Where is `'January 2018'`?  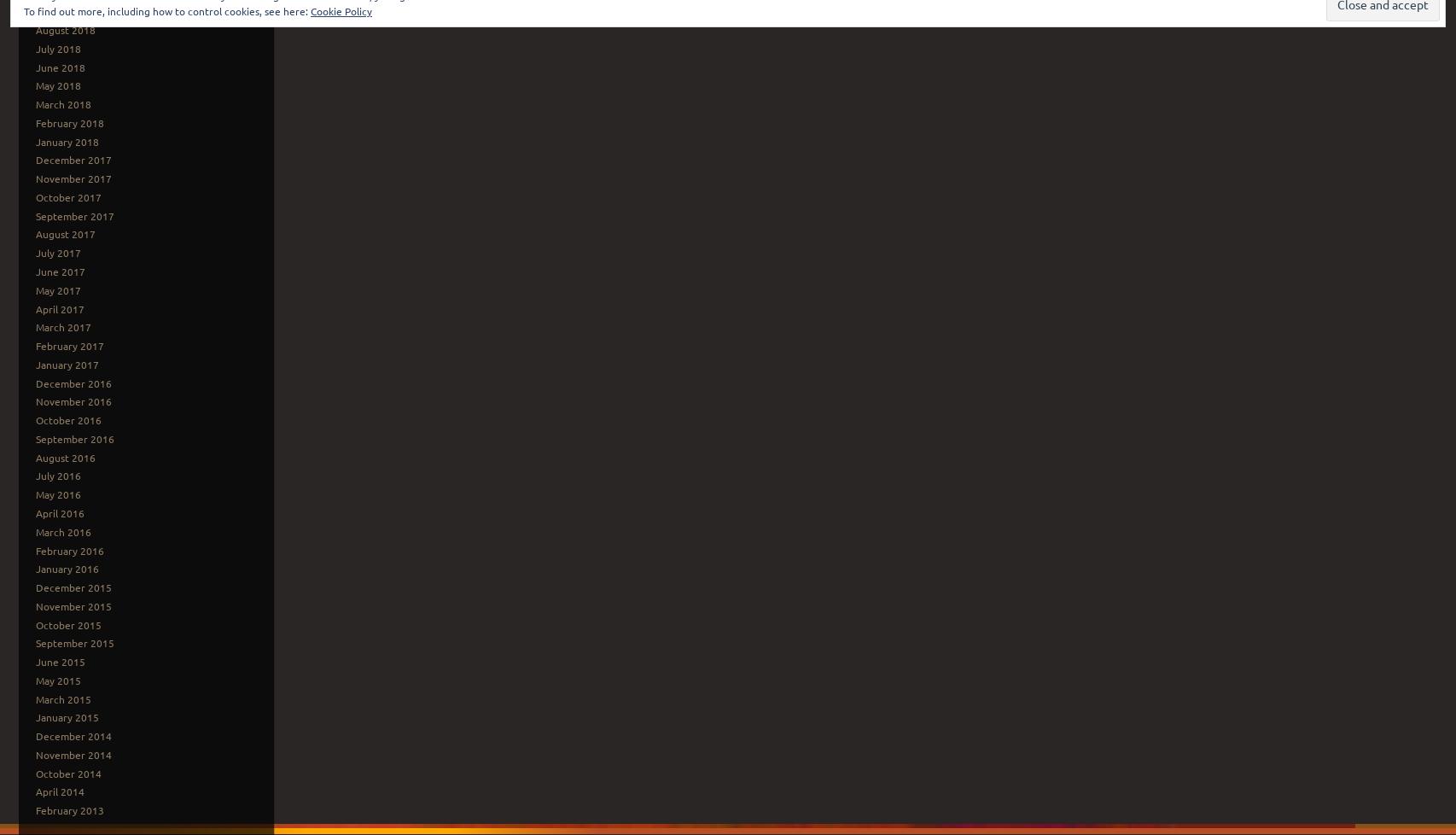
'January 2018' is located at coordinates (66, 140).